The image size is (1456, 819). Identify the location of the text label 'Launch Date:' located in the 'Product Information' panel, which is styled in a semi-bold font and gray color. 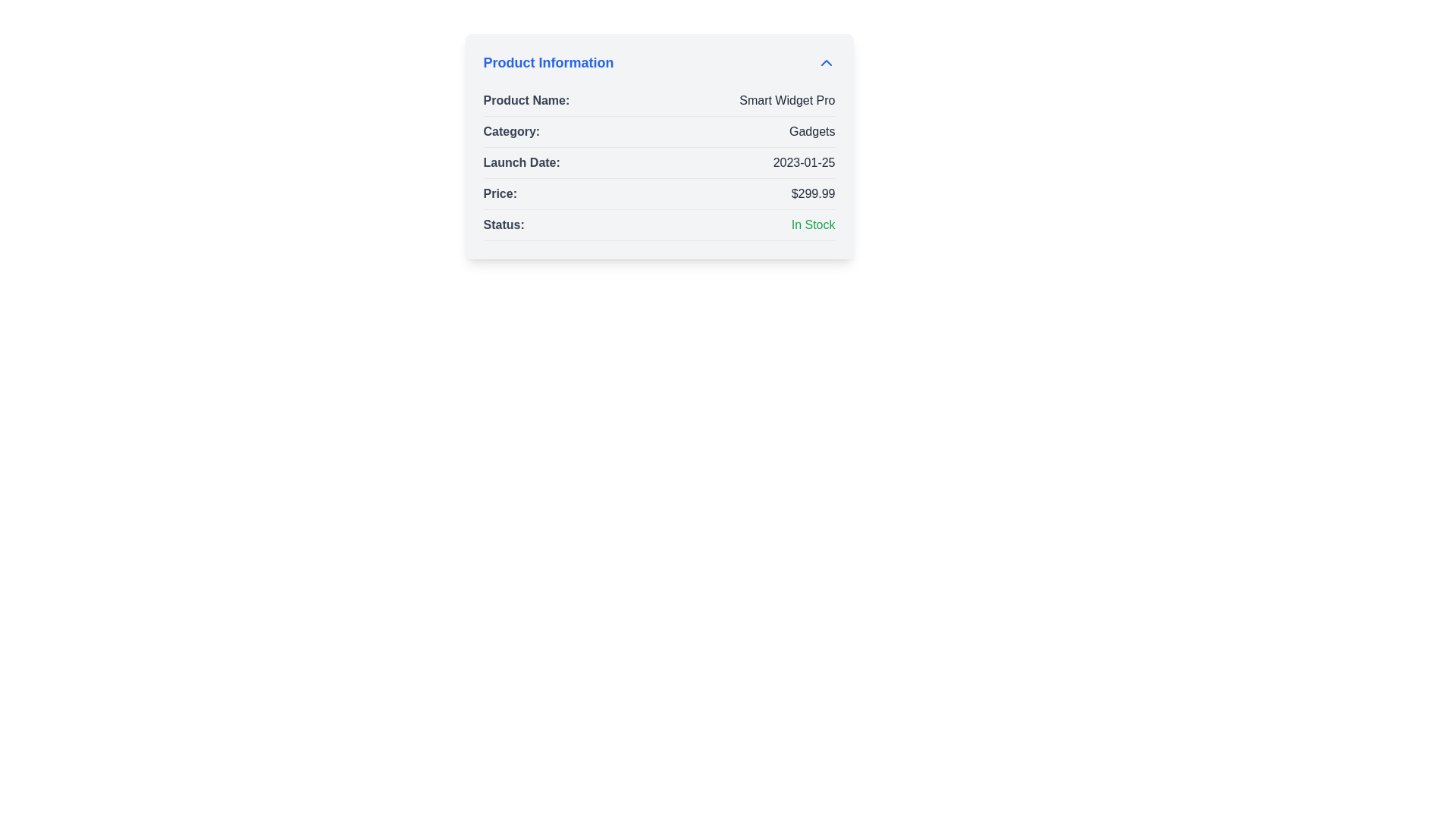
(522, 163).